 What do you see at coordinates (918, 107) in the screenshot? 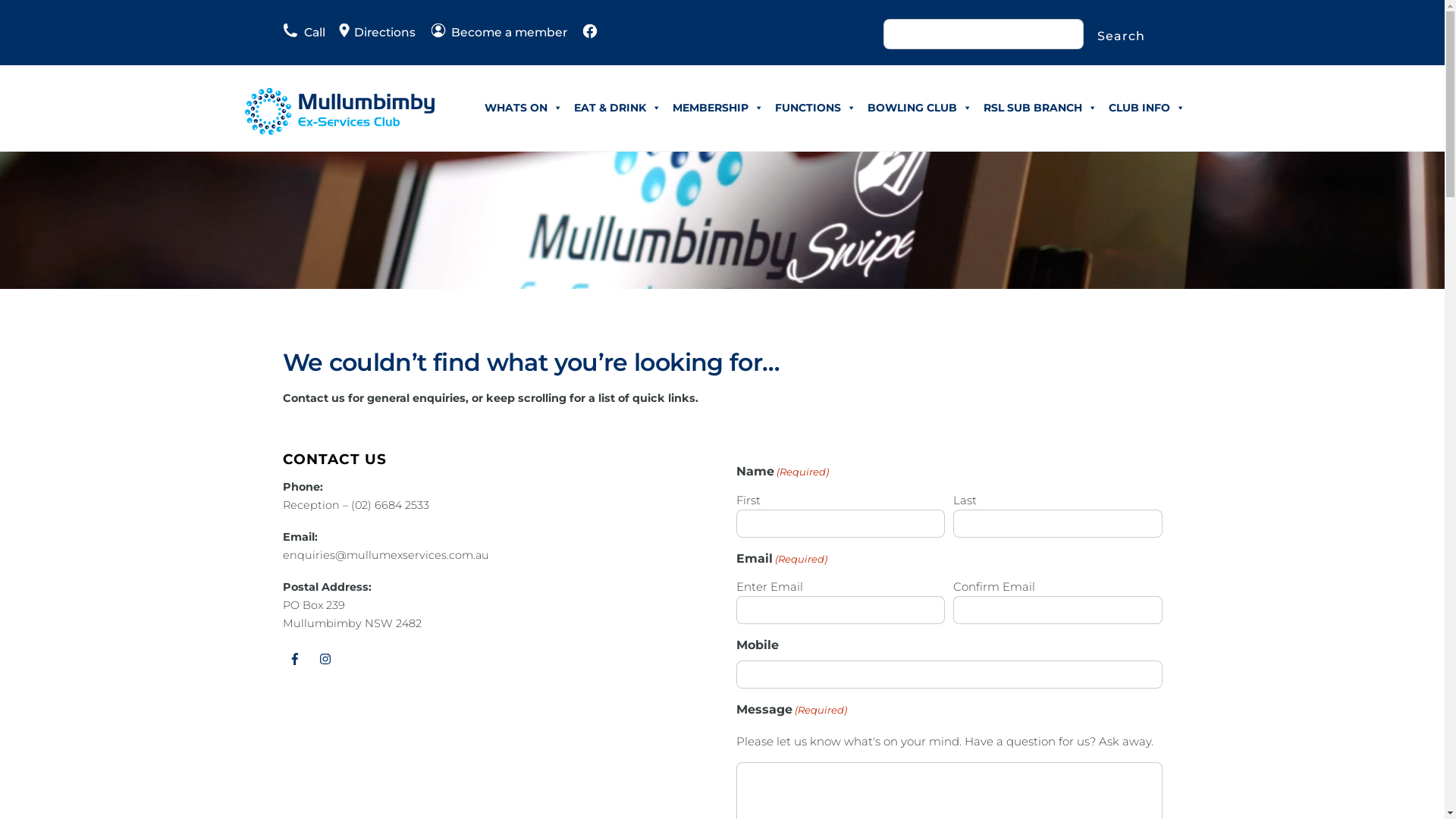
I see `'BOWLING CLUB'` at bounding box center [918, 107].